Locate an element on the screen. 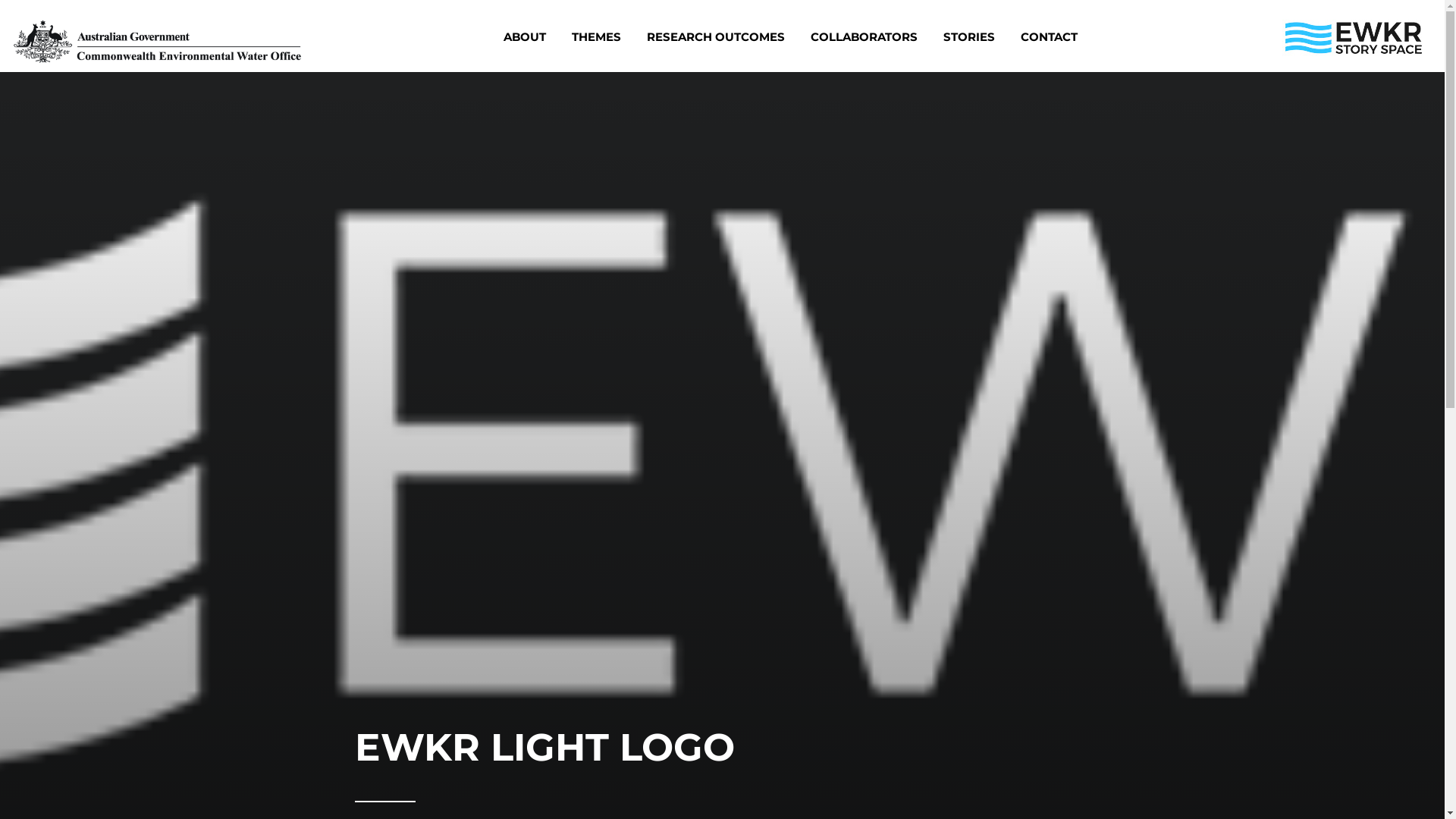 The width and height of the screenshot is (1456, 819). 'COLLABORATORS' is located at coordinates (864, 36).